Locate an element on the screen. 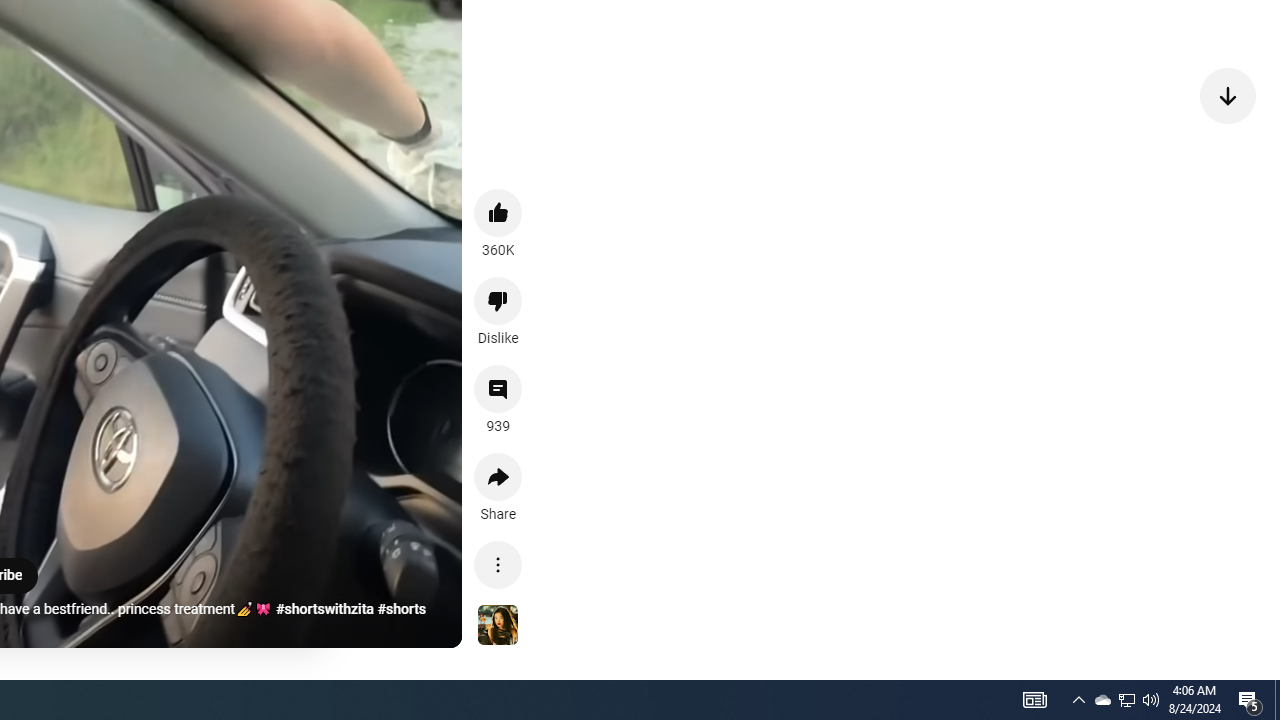 The image size is (1280, 720). 'Dislike this video' is located at coordinates (498, 300).